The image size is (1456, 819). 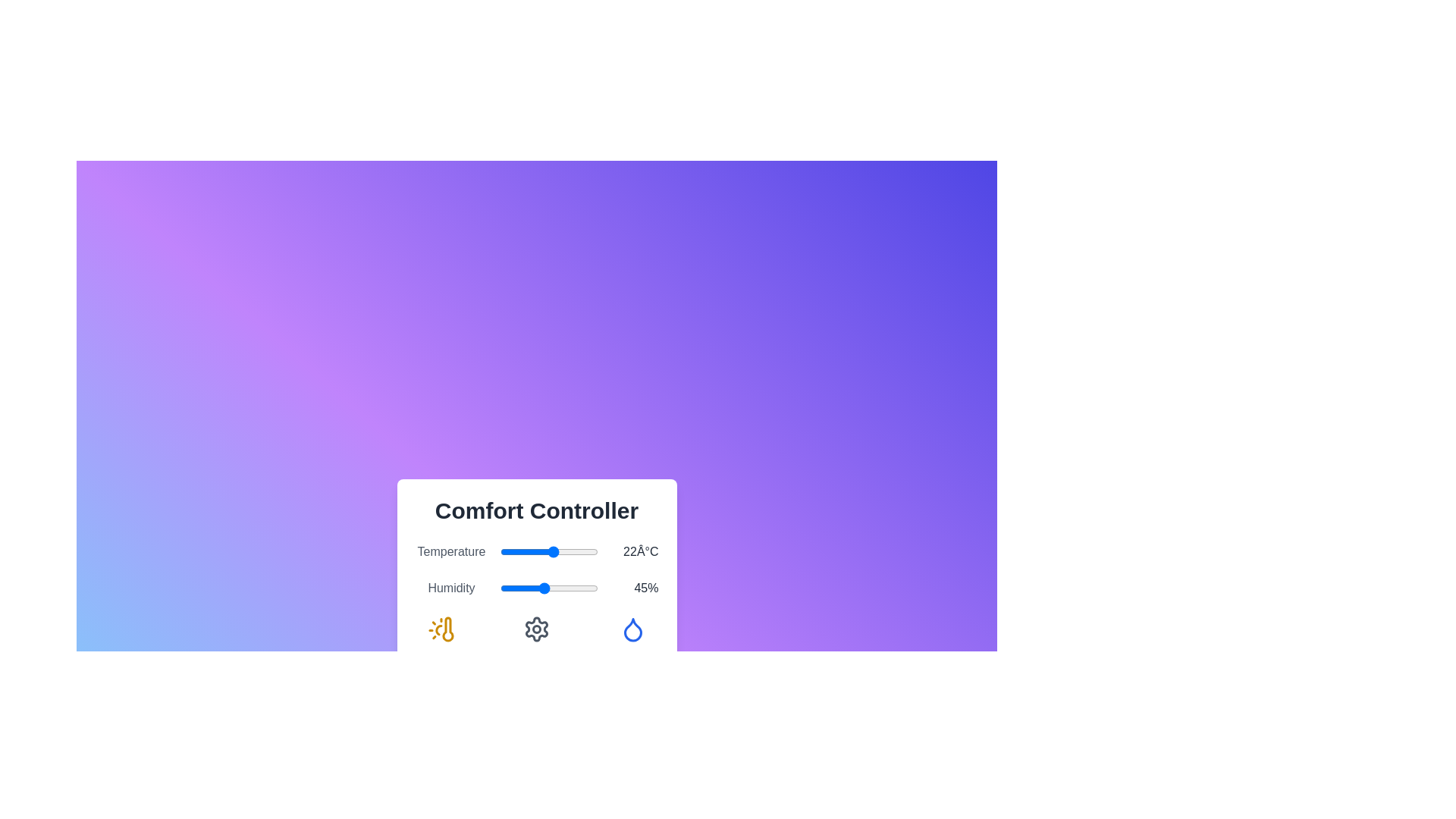 What do you see at coordinates (553, 587) in the screenshot?
I see `the humidity slider to set the value to 55` at bounding box center [553, 587].